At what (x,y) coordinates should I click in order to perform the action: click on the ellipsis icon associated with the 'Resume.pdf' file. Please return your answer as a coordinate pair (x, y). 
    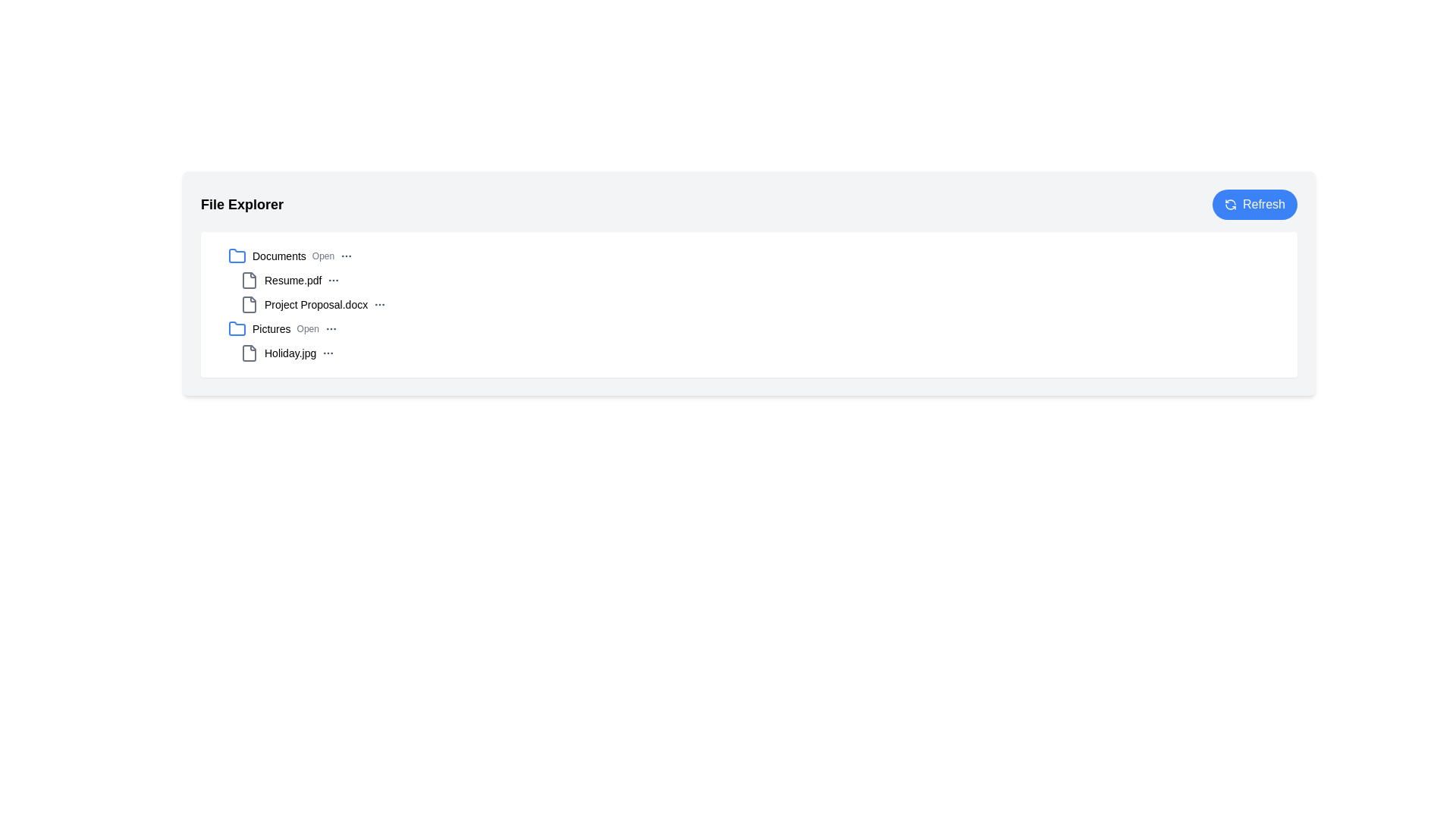
    Looking at the image, I should click on (333, 281).